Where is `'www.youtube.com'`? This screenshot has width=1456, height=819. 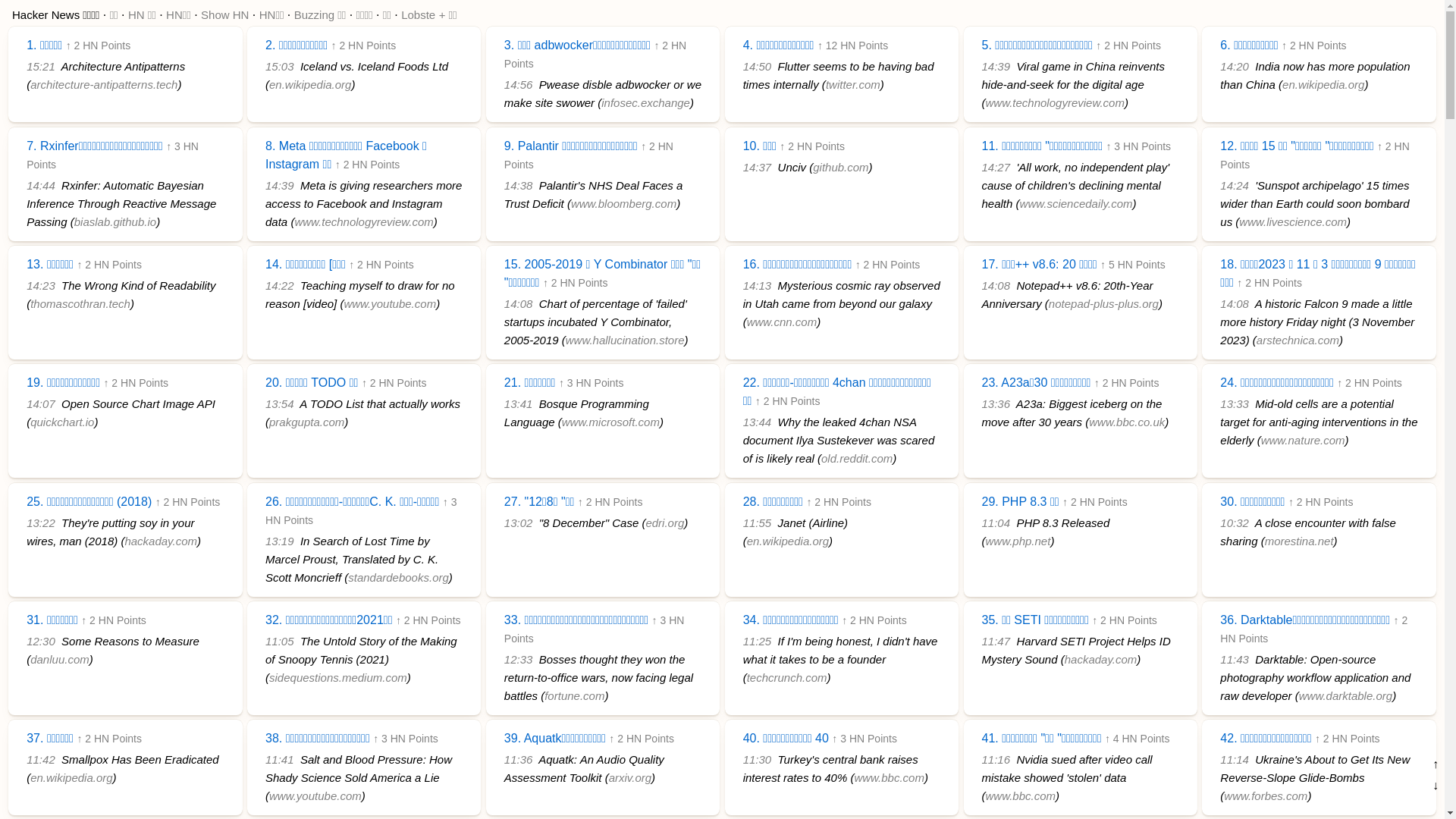 'www.youtube.com' is located at coordinates (315, 795).